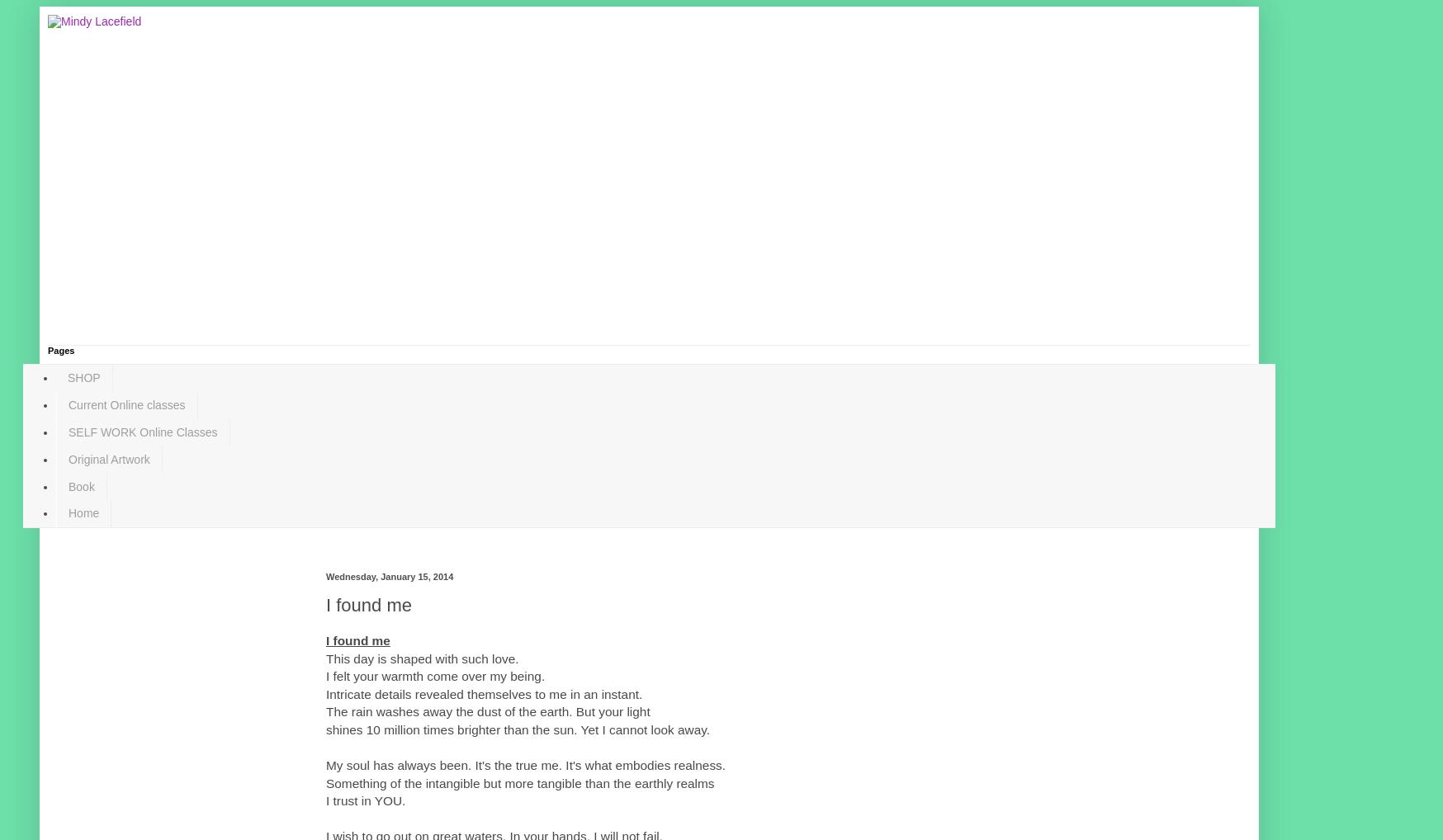 Image resolution: width=1443 pixels, height=840 pixels. What do you see at coordinates (326, 710) in the screenshot?
I see `'The rain washes away the dust of the earth. But your light'` at bounding box center [326, 710].